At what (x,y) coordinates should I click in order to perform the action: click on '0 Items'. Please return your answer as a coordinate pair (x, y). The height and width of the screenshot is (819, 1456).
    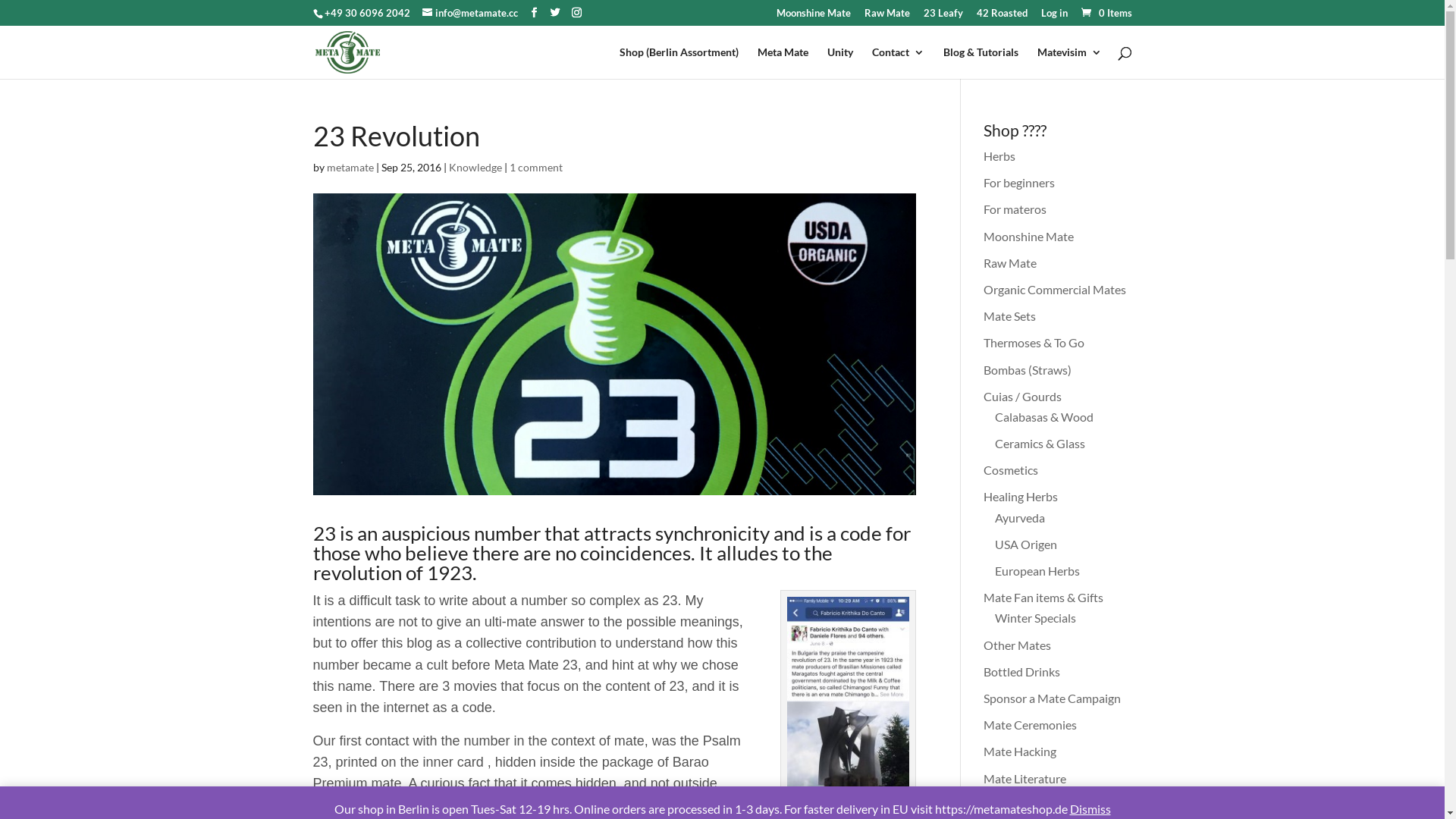
    Looking at the image, I should click on (1105, 12).